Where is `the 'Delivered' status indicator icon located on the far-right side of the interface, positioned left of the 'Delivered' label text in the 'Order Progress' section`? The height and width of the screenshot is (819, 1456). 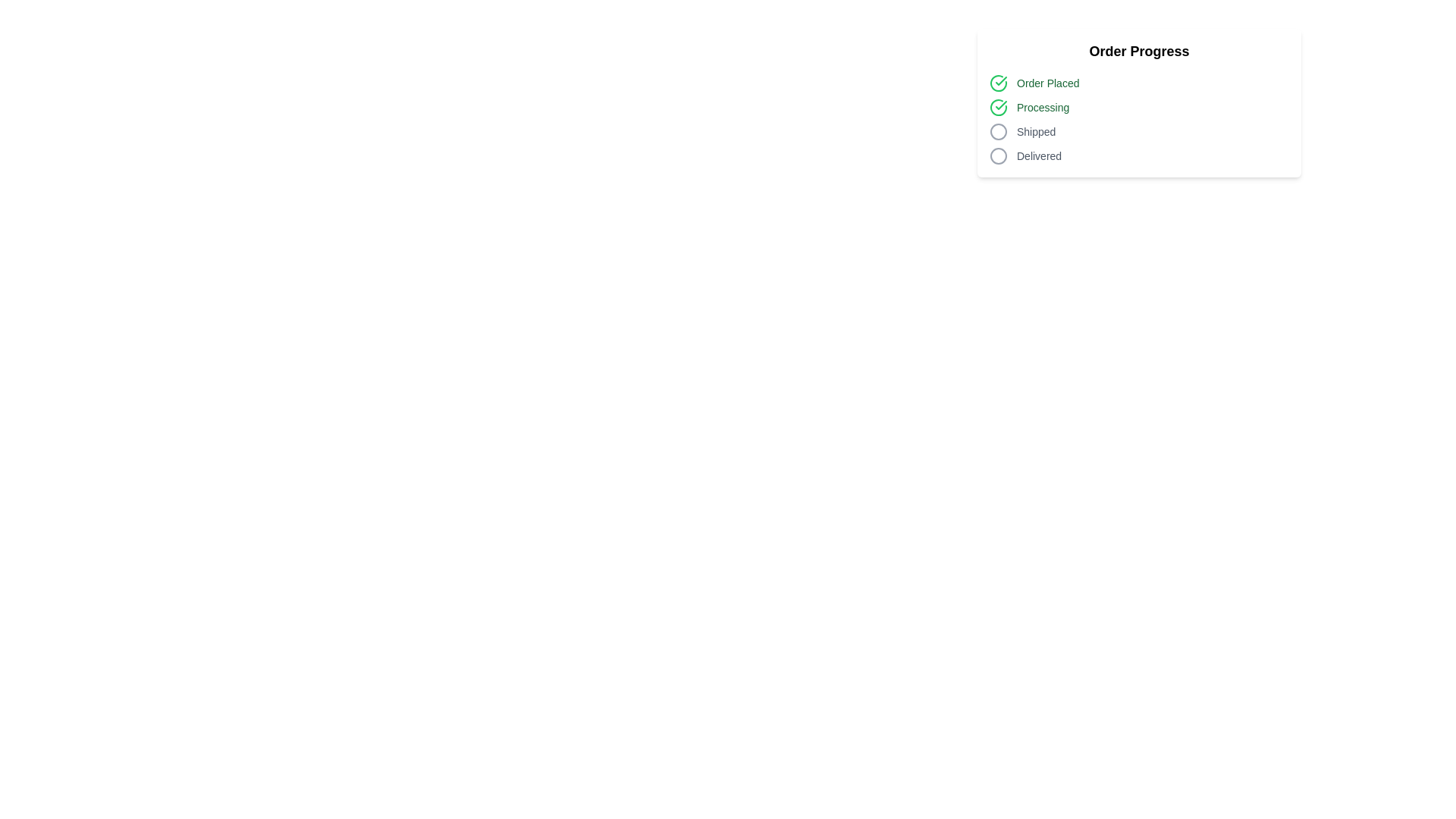 the 'Delivered' status indicator icon located on the far-right side of the interface, positioned left of the 'Delivered' label text in the 'Order Progress' section is located at coordinates (998, 155).